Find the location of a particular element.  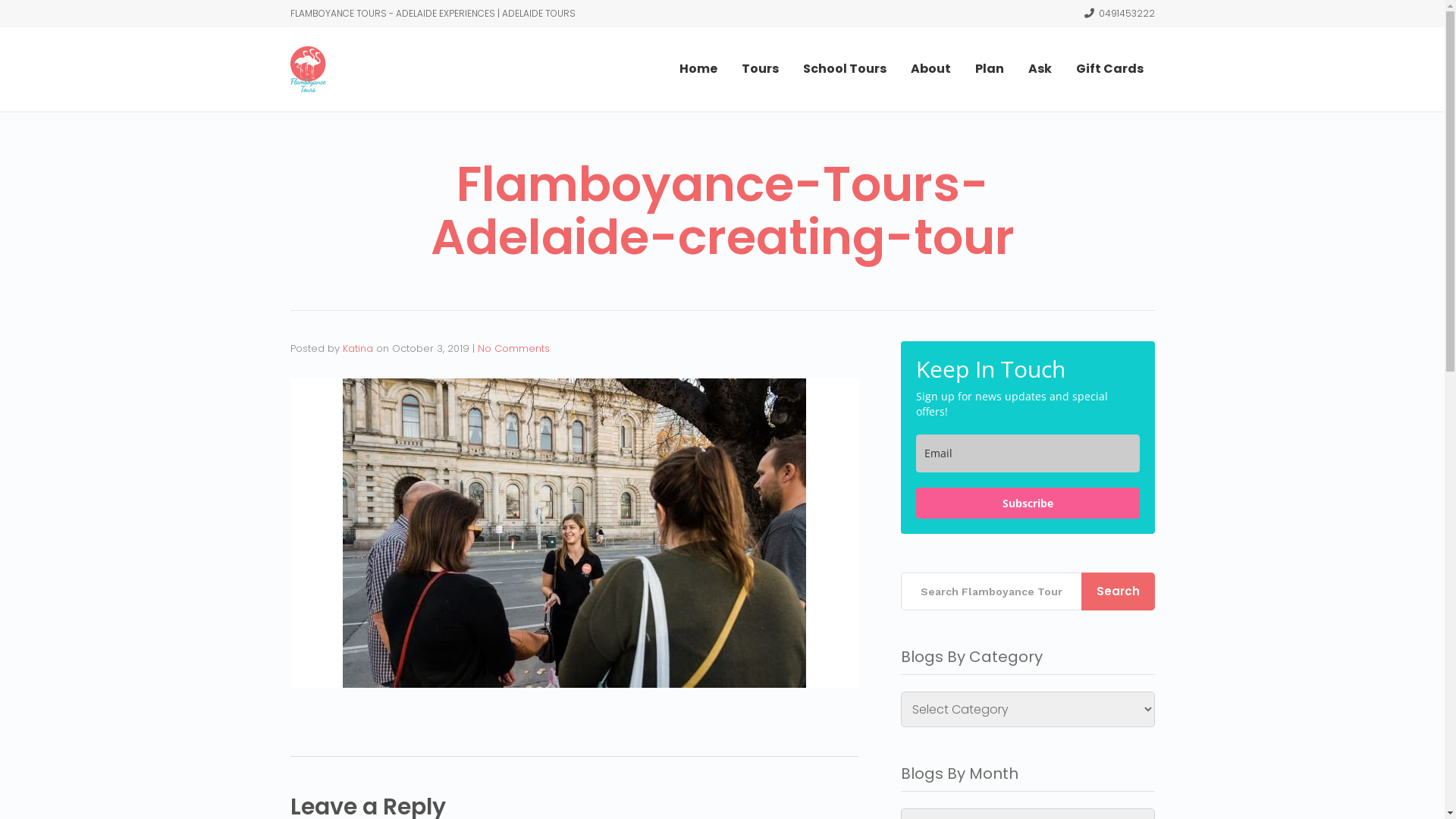

'Plan' is located at coordinates (990, 69).